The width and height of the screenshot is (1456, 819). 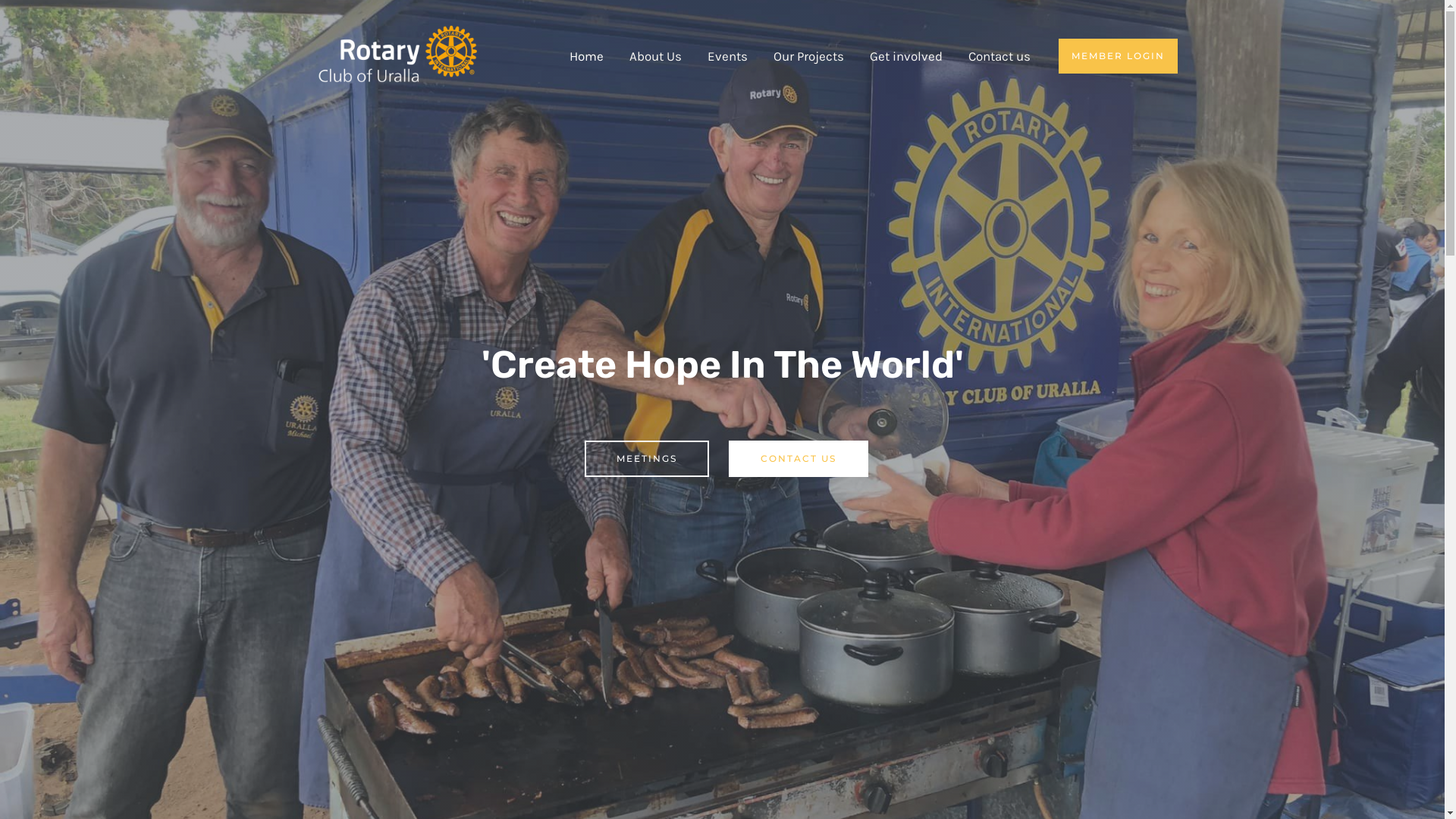 What do you see at coordinates (645, 458) in the screenshot?
I see `'MEETINGS'` at bounding box center [645, 458].